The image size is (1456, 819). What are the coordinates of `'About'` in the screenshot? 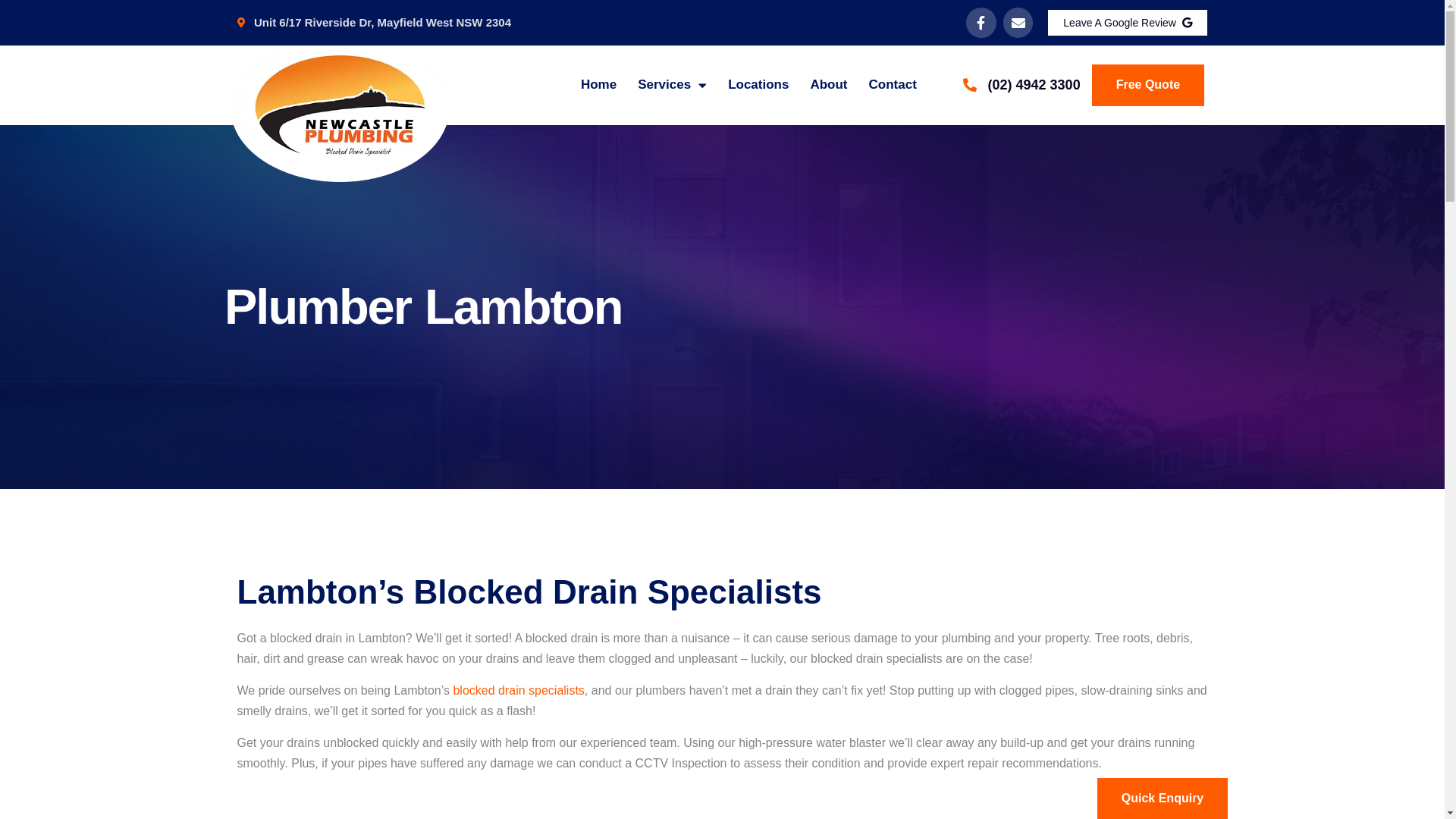 It's located at (827, 84).